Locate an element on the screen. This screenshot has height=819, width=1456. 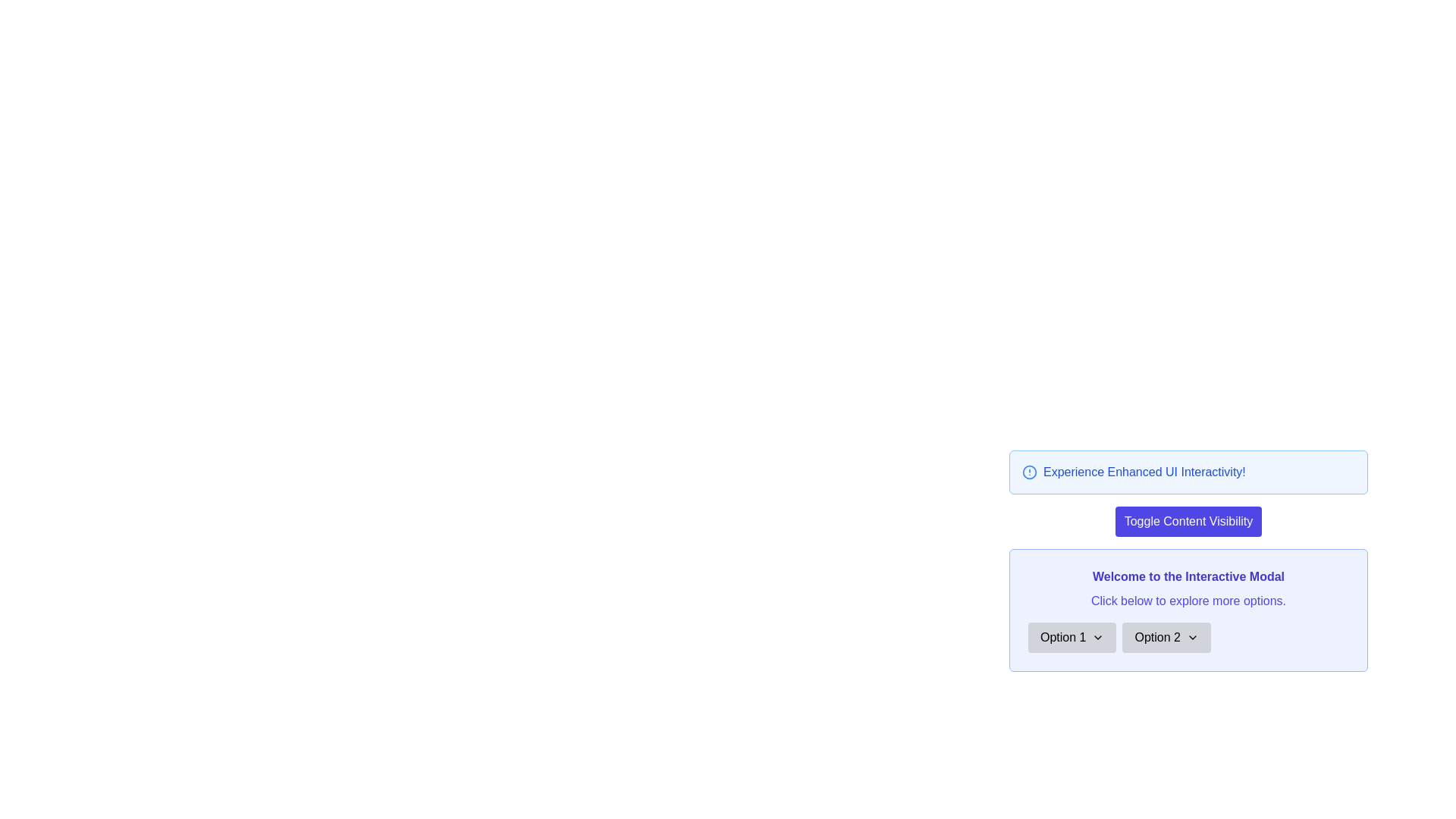
the Dropdown button labeled 'Option 1', which is a rectangular button with a downwards arrow, positioned below the headline 'Welcome to the Interactive Modal' is located at coordinates (1072, 637).